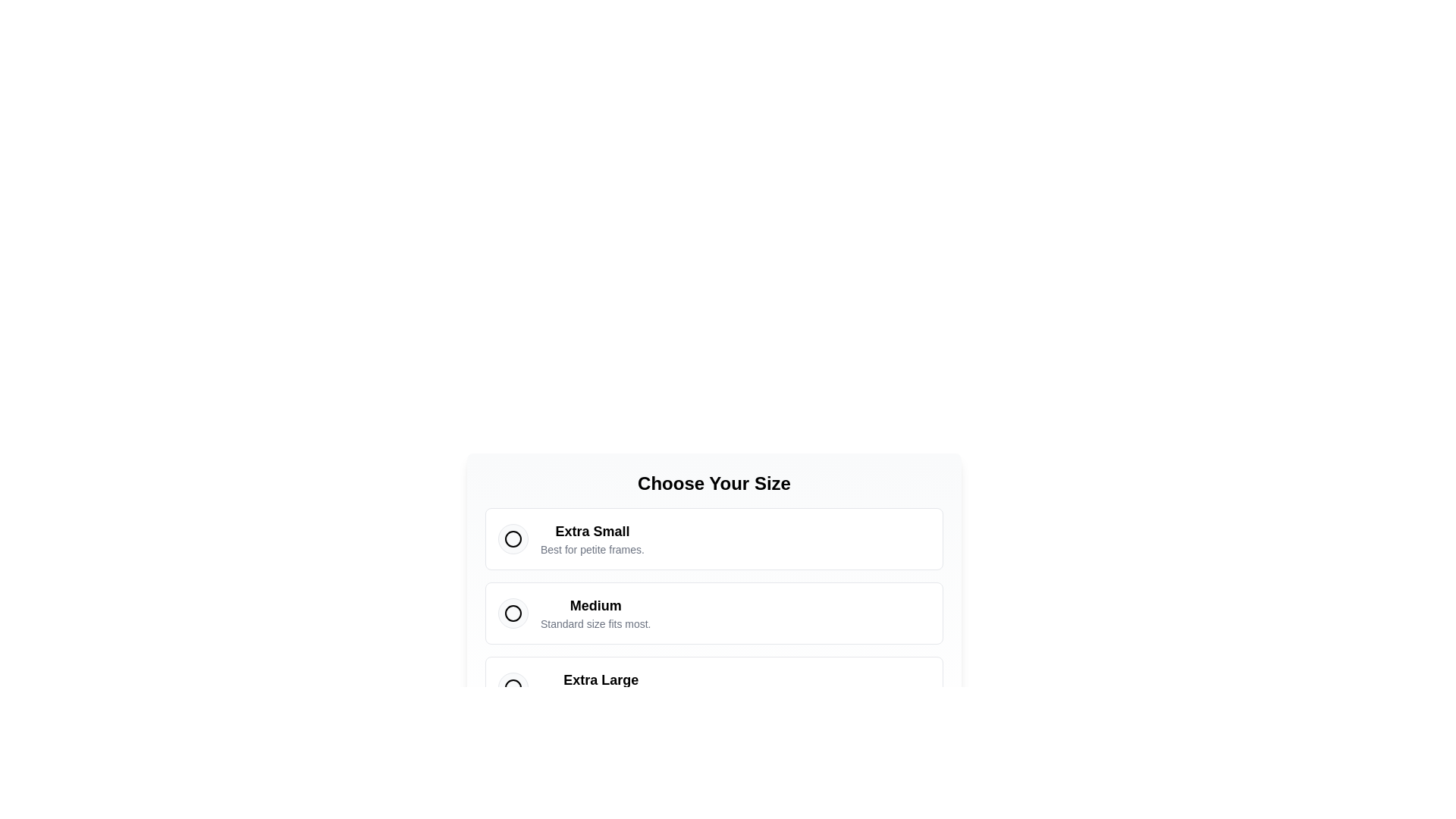  Describe the element at coordinates (595, 613) in the screenshot. I see `the 'Medium' size option label located inside a white card, positioned centrally below a gray selection indicator in the size selection interface` at that location.